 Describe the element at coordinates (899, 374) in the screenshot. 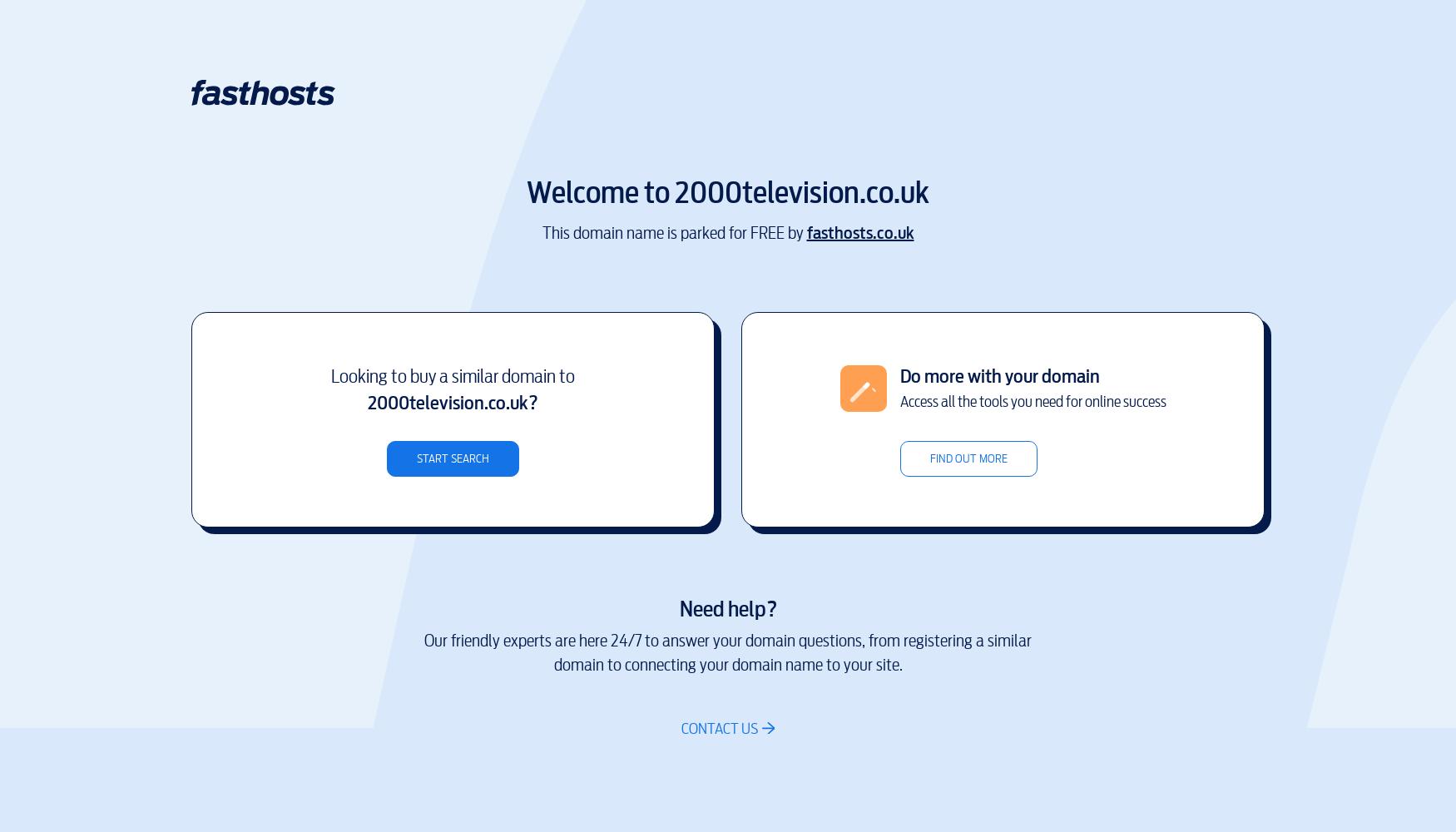

I see `'Do more with your domain'` at that location.